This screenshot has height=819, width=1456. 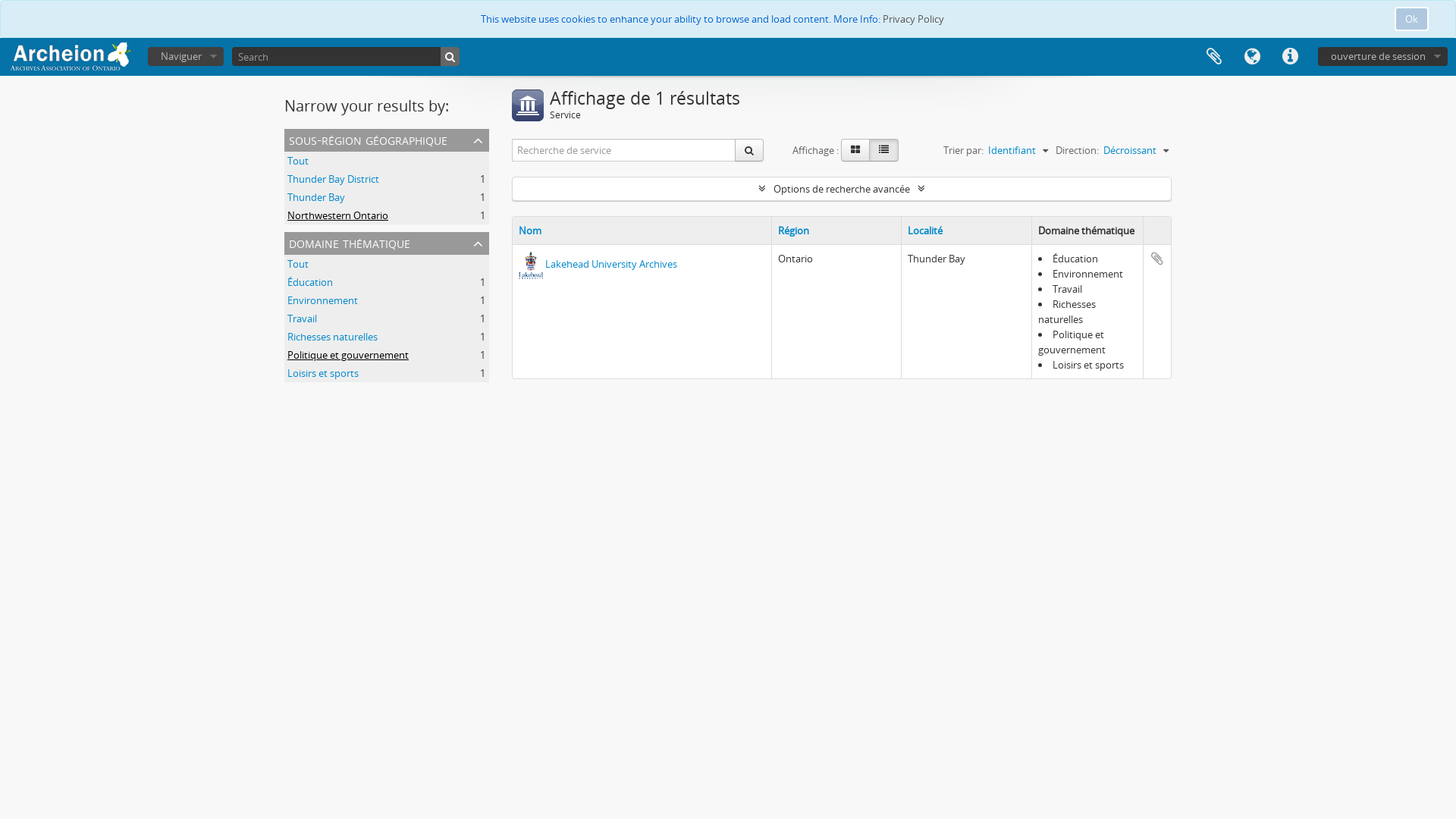 I want to click on 'Nom', so click(x=519, y=231).